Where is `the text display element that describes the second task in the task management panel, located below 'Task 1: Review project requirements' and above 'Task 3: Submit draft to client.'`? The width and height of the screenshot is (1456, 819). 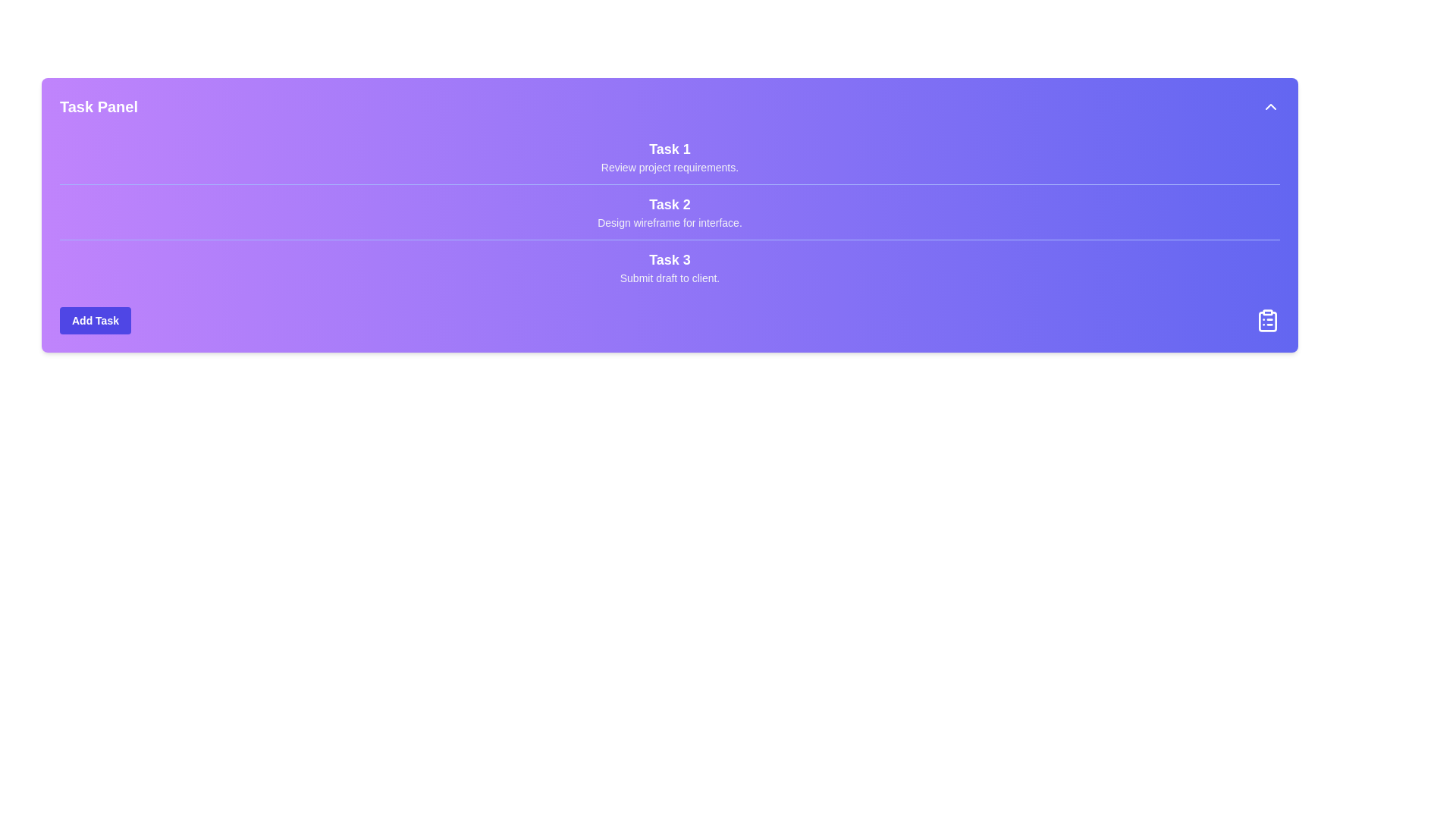
the text display element that describes the second task in the task management panel, located below 'Task 1: Review project requirements' and above 'Task 3: Submit draft to client.' is located at coordinates (669, 212).